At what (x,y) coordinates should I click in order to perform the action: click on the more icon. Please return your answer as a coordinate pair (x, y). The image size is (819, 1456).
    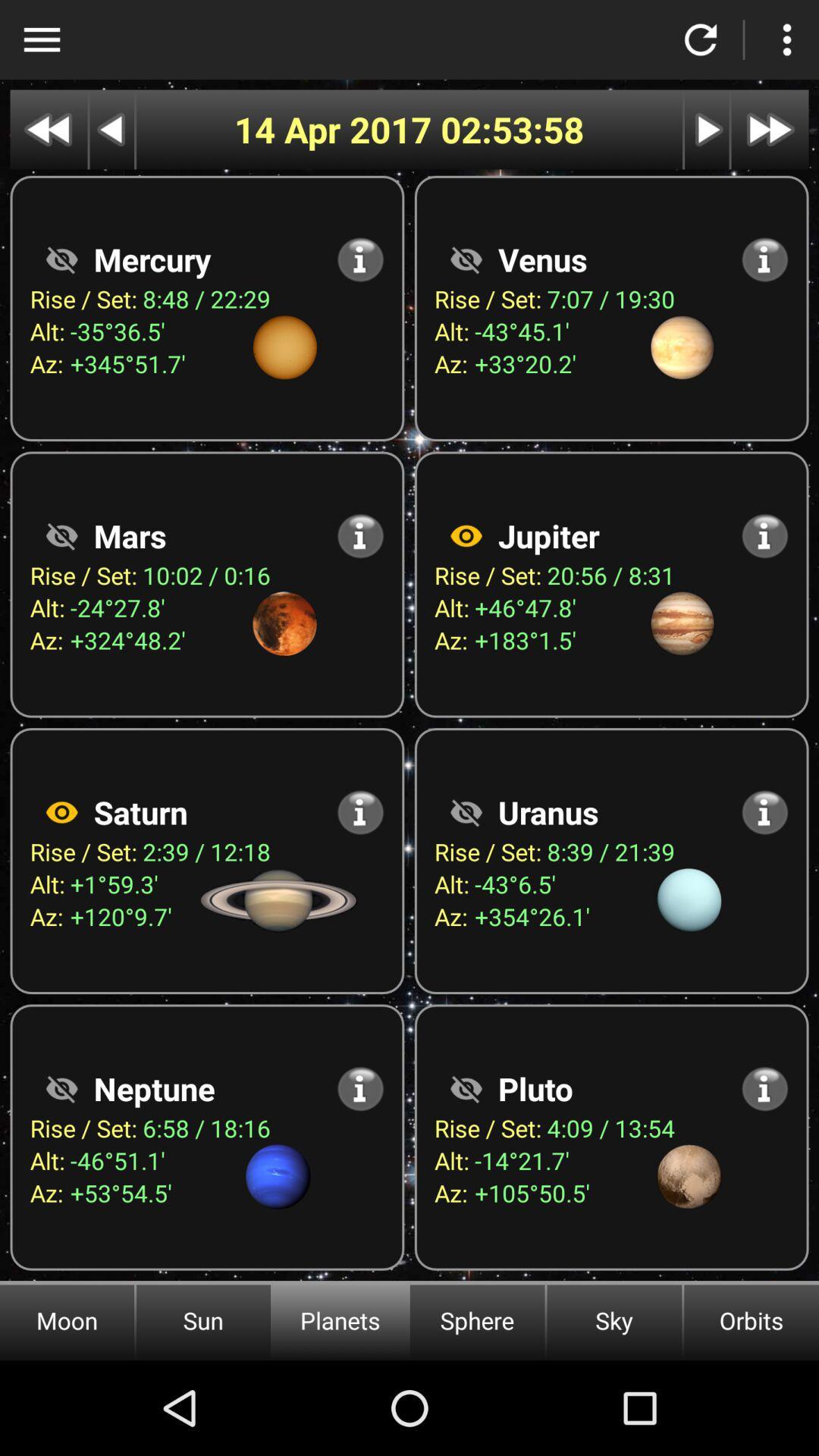
    Looking at the image, I should click on (786, 39).